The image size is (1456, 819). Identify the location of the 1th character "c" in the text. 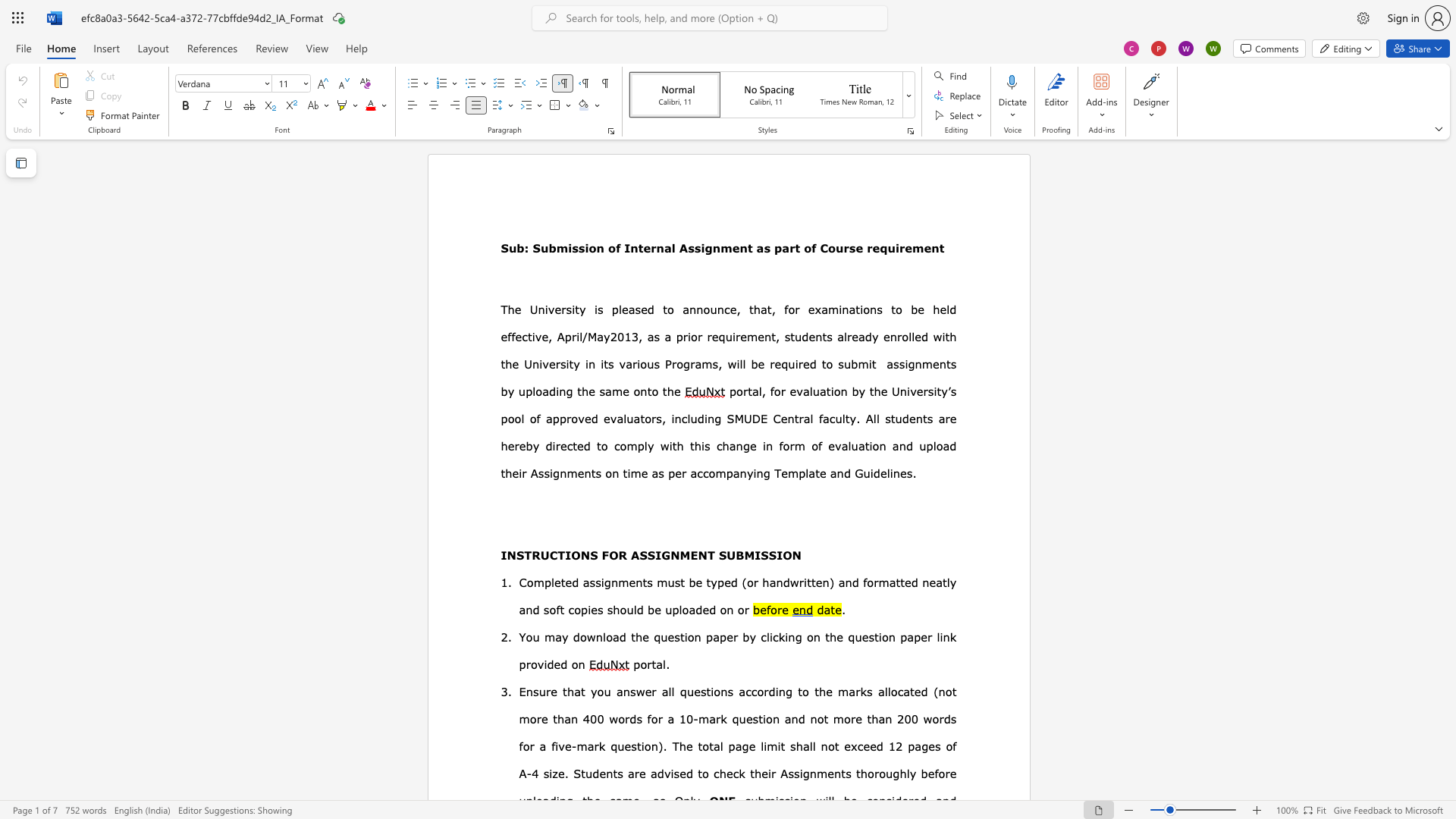
(617, 444).